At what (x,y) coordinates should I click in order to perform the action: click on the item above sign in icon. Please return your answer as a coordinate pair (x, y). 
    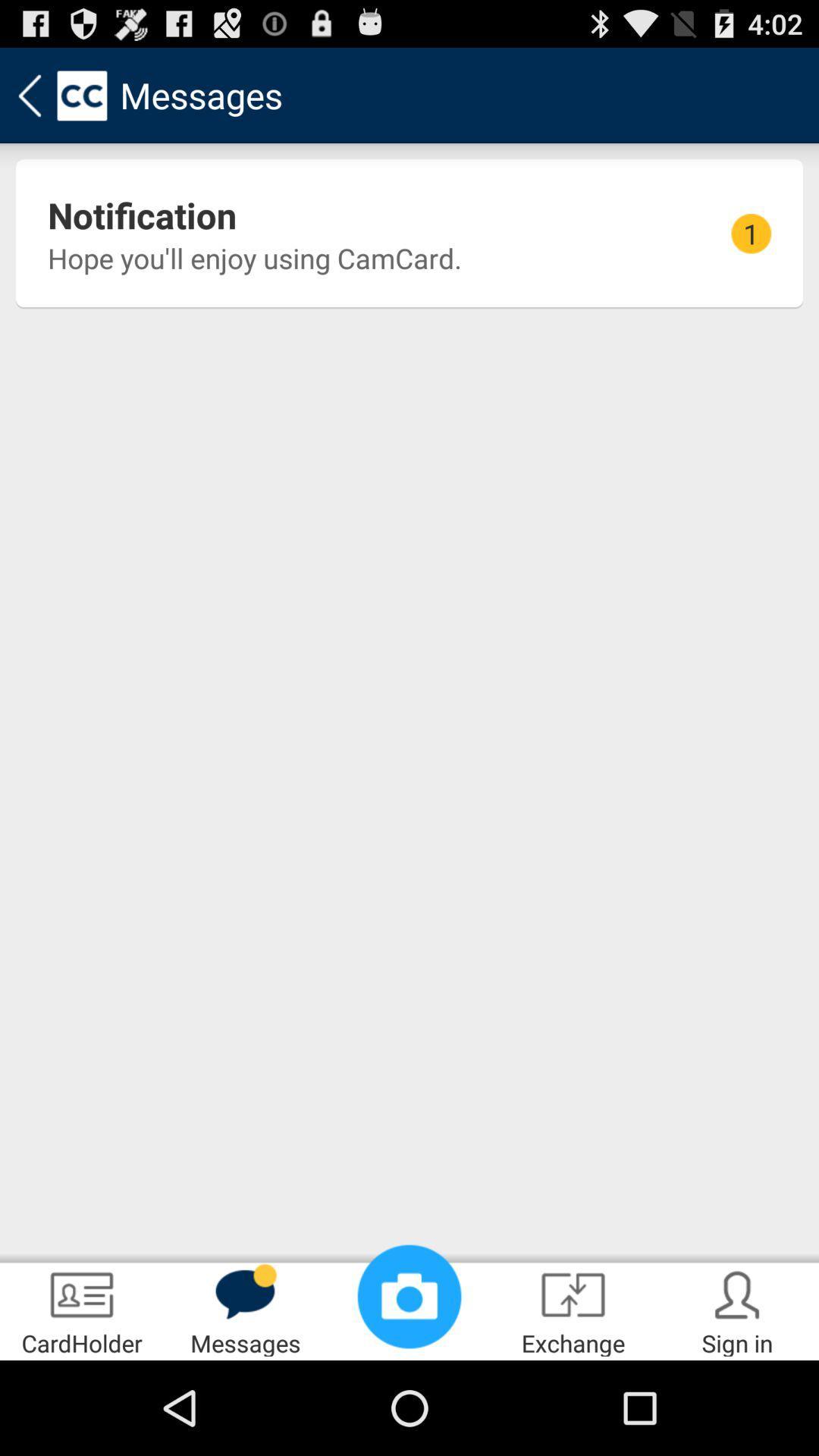
    Looking at the image, I should click on (751, 233).